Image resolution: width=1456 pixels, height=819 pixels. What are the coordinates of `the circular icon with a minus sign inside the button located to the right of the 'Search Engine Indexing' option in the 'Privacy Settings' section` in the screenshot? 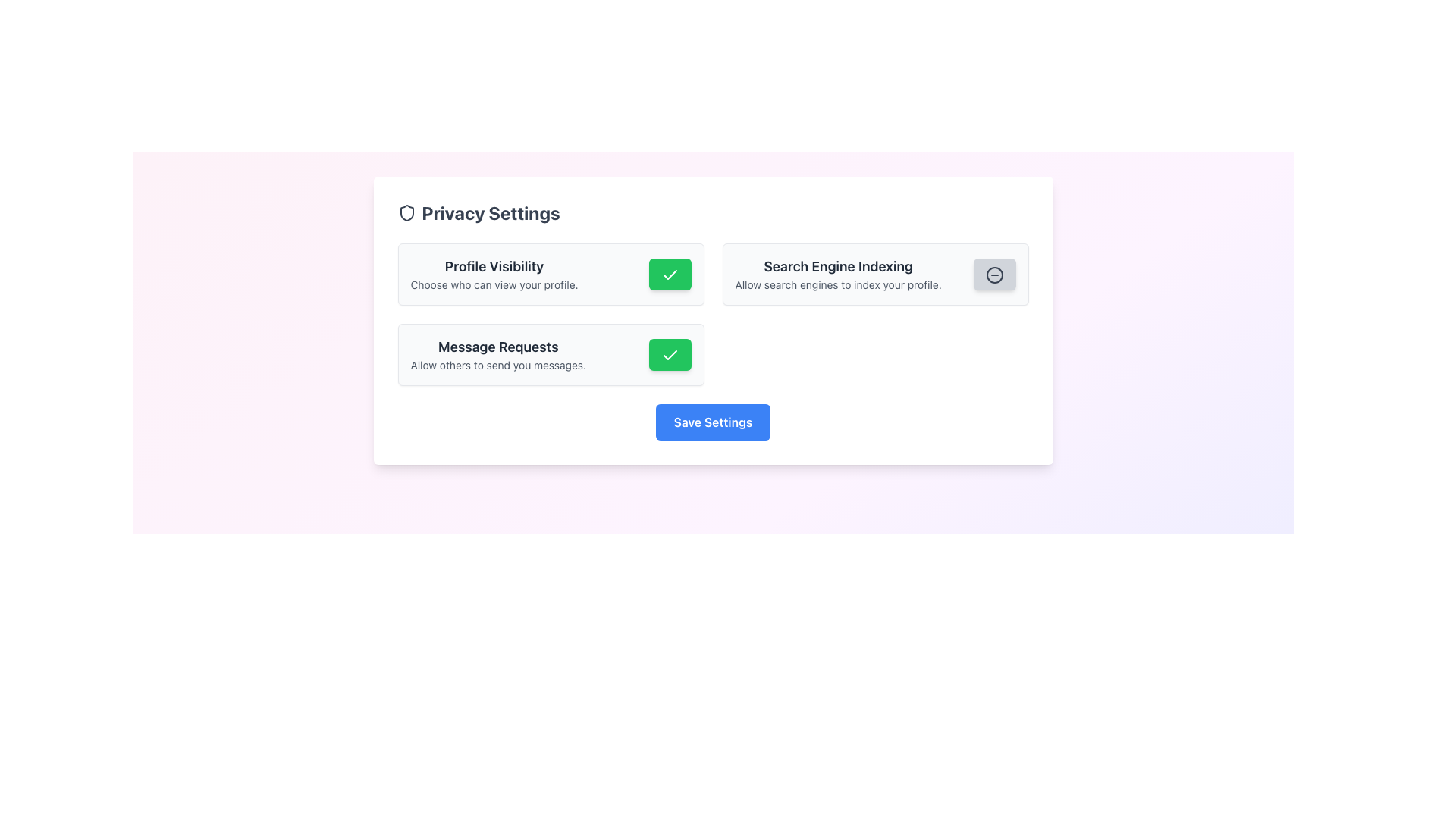 It's located at (994, 275).